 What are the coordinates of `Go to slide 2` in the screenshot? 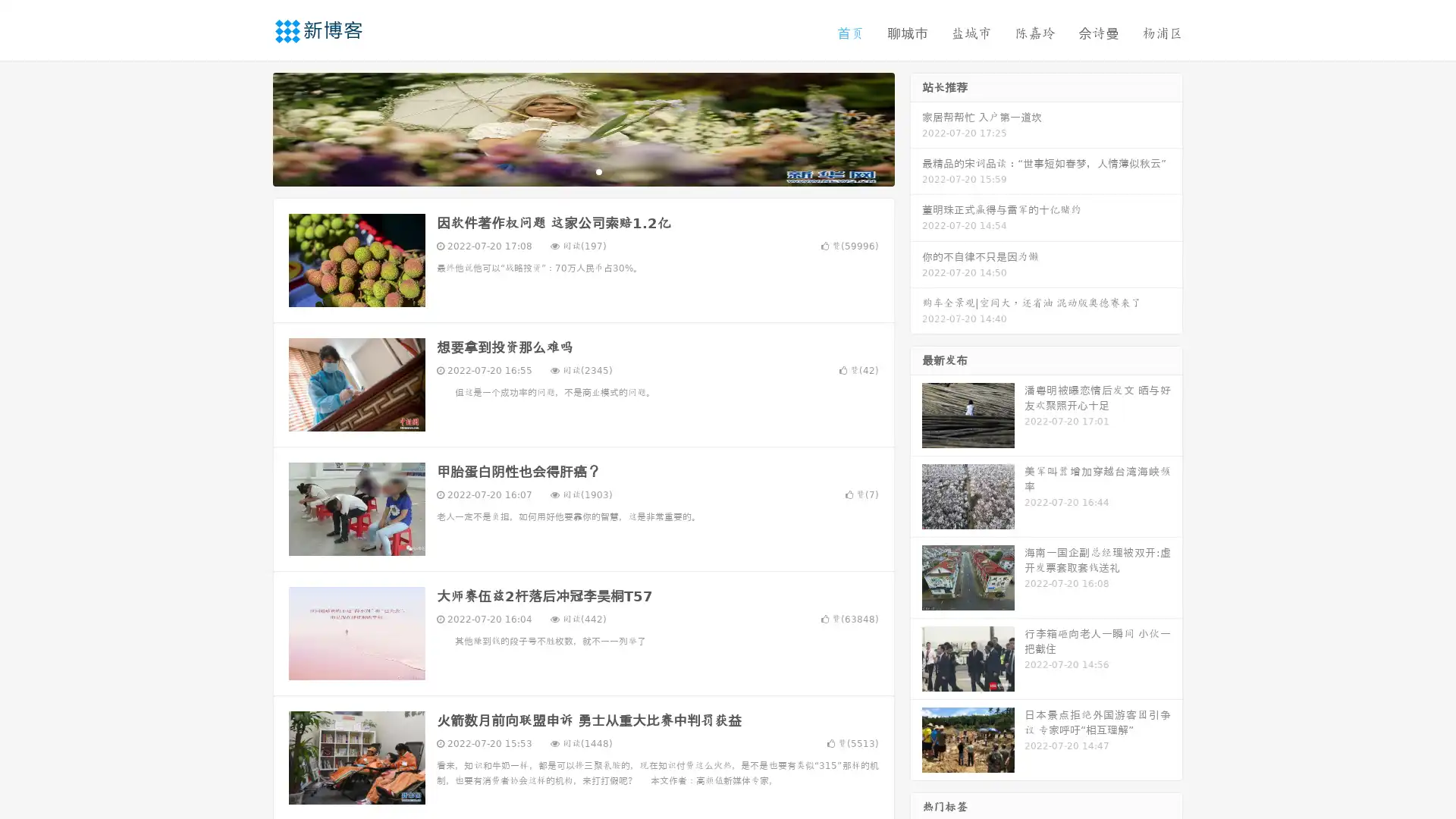 It's located at (582, 171).